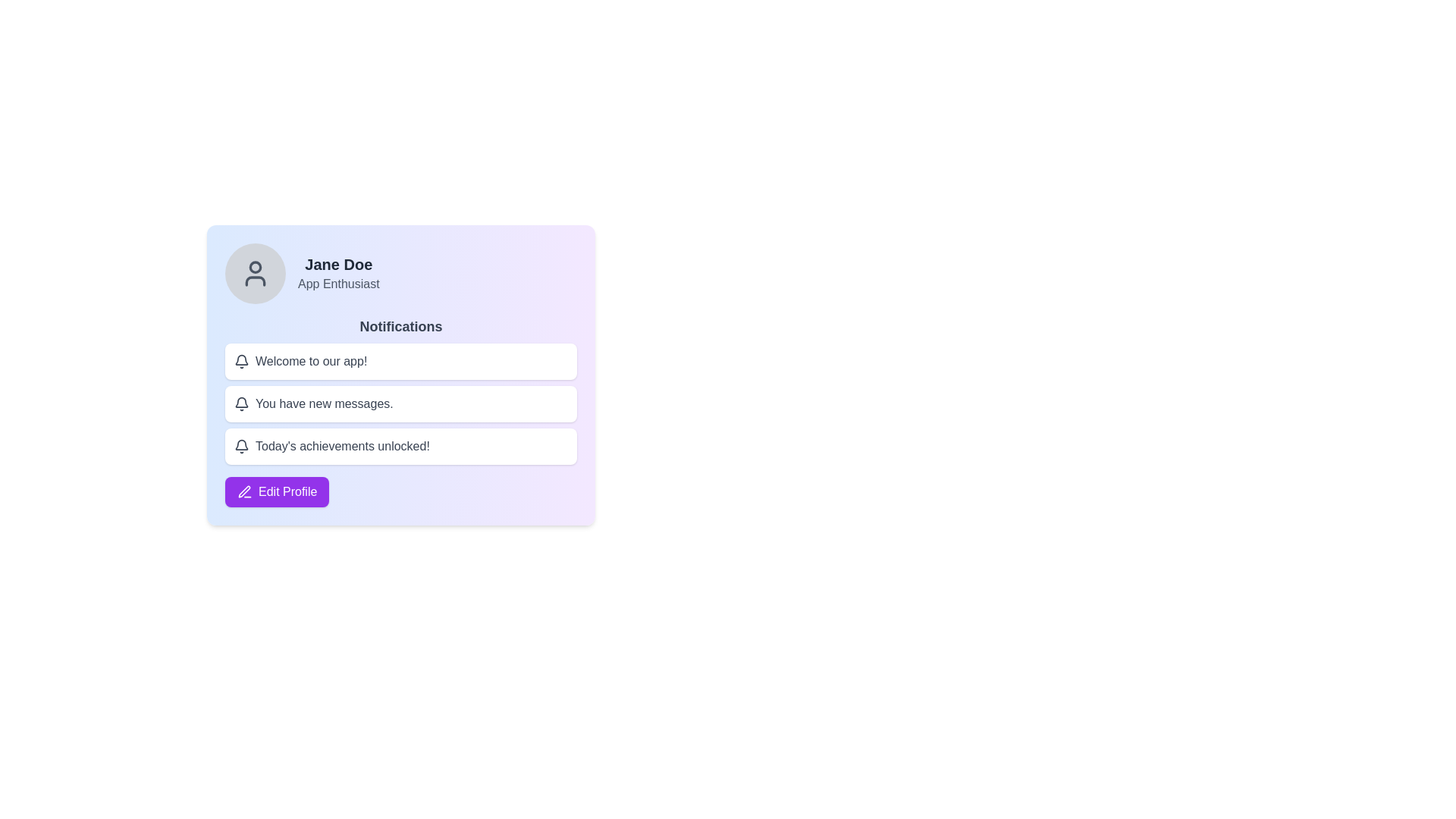  Describe the element at coordinates (255, 274) in the screenshot. I see `the Profile Icon, which is a circular area with a gray background and a user profile silhouette, located to the far left of the text 'Jane Doe' and 'App Enthusiast'` at that location.